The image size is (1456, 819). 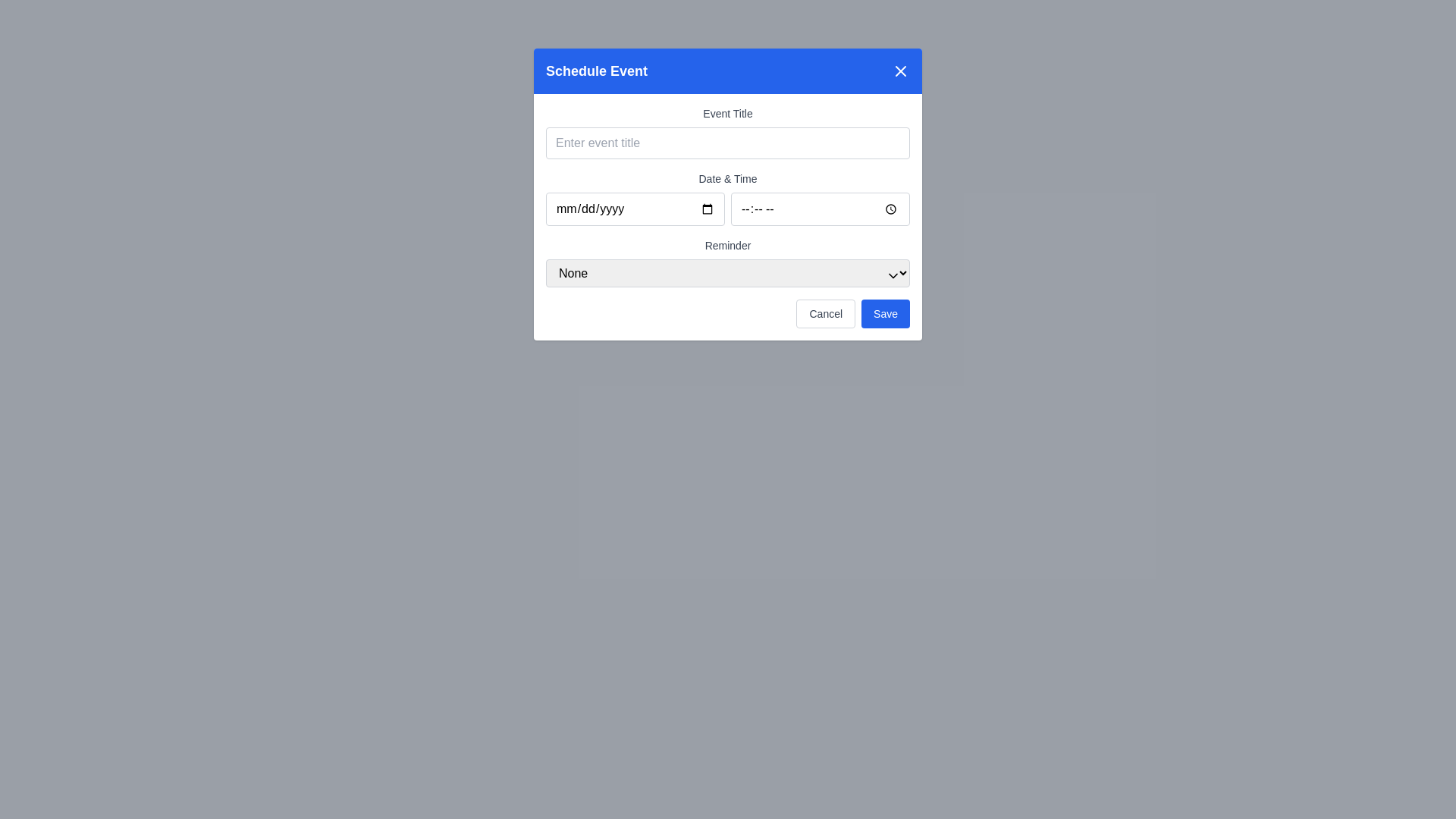 What do you see at coordinates (901, 71) in the screenshot?
I see `the close button in the top-right corner of the modal header labeled 'Schedule Event'` at bounding box center [901, 71].